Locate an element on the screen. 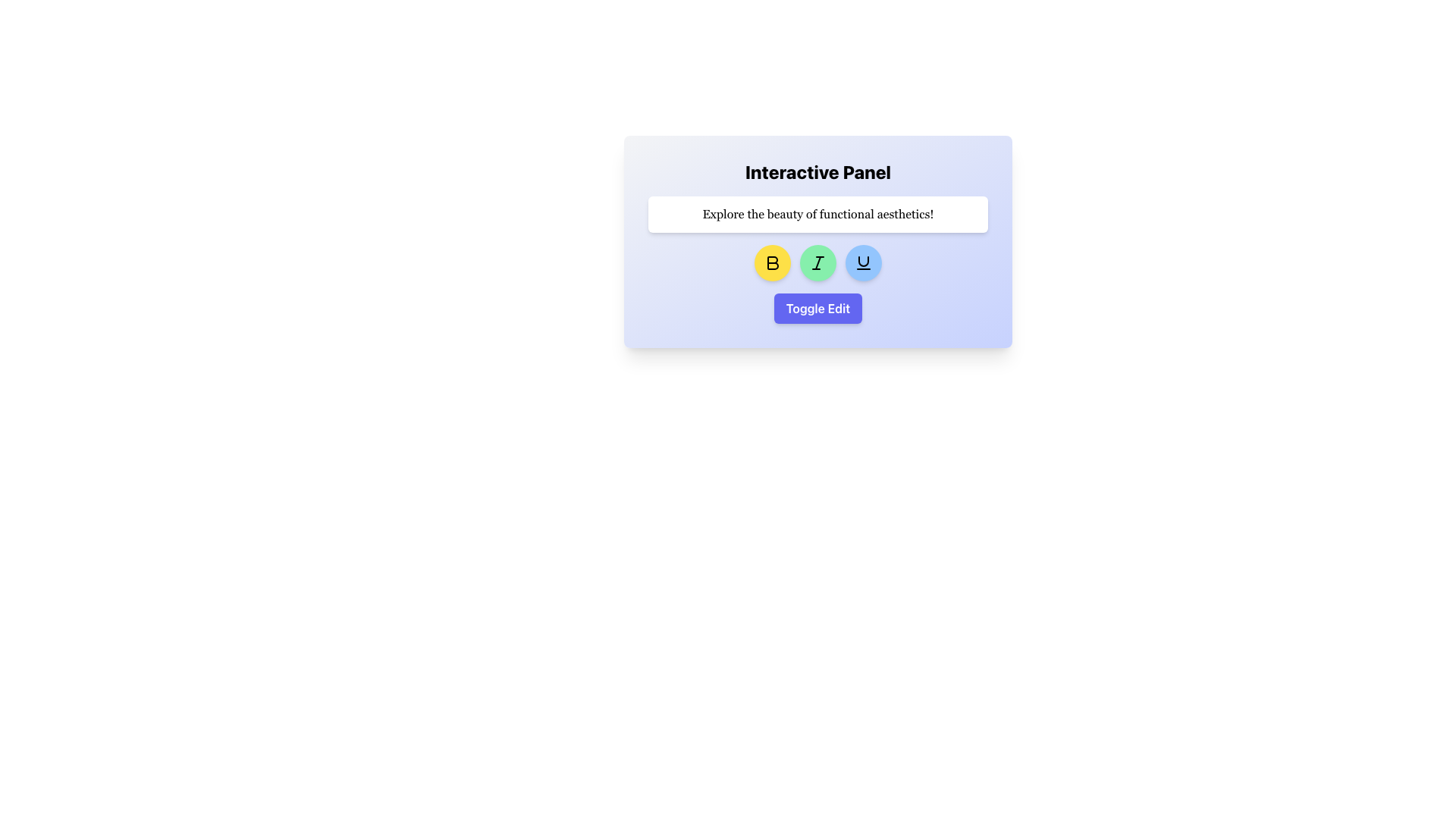 Image resolution: width=1456 pixels, height=819 pixels. the italic toggle button located in the middle of the button set beneath the text 'Explore the beauty of functional aesthetics!' for keyboard interactions is located at coordinates (817, 262).